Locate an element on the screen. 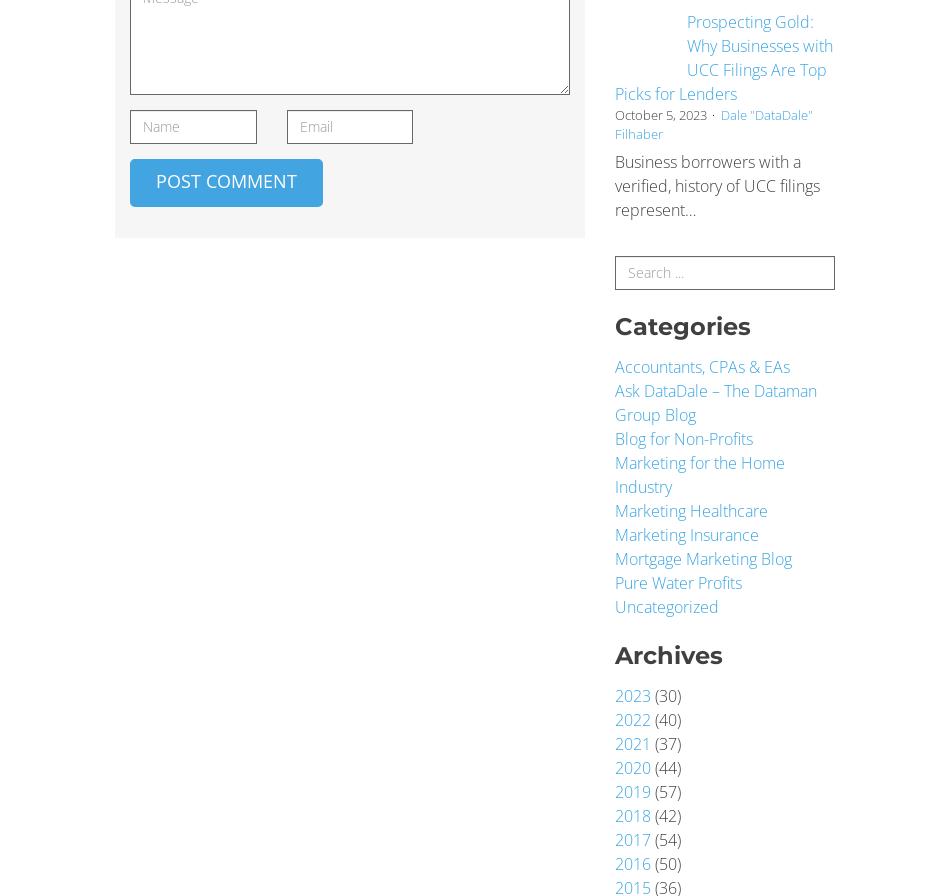 This screenshot has height=896, width=950. '(57)' is located at coordinates (666, 791).